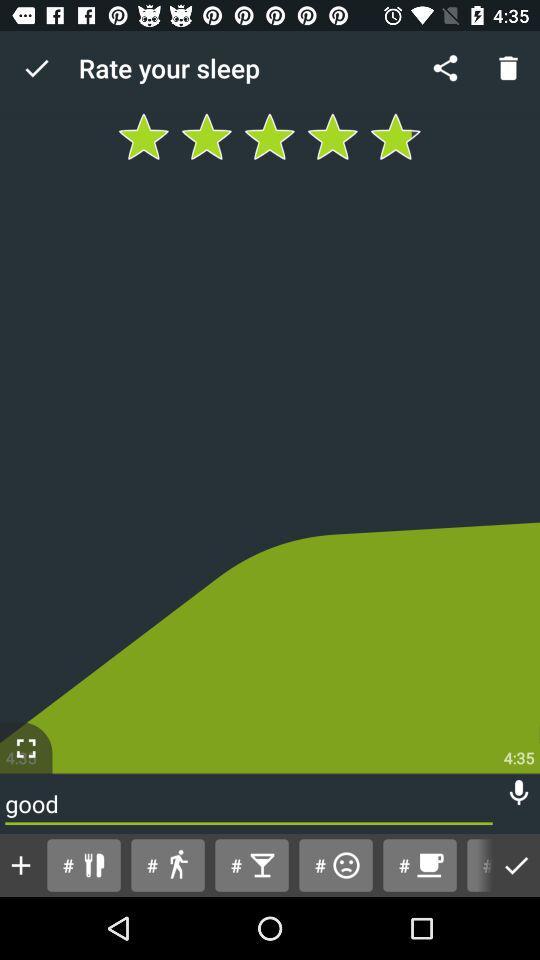 The image size is (540, 960). I want to click on button next to # item, so click(476, 864).